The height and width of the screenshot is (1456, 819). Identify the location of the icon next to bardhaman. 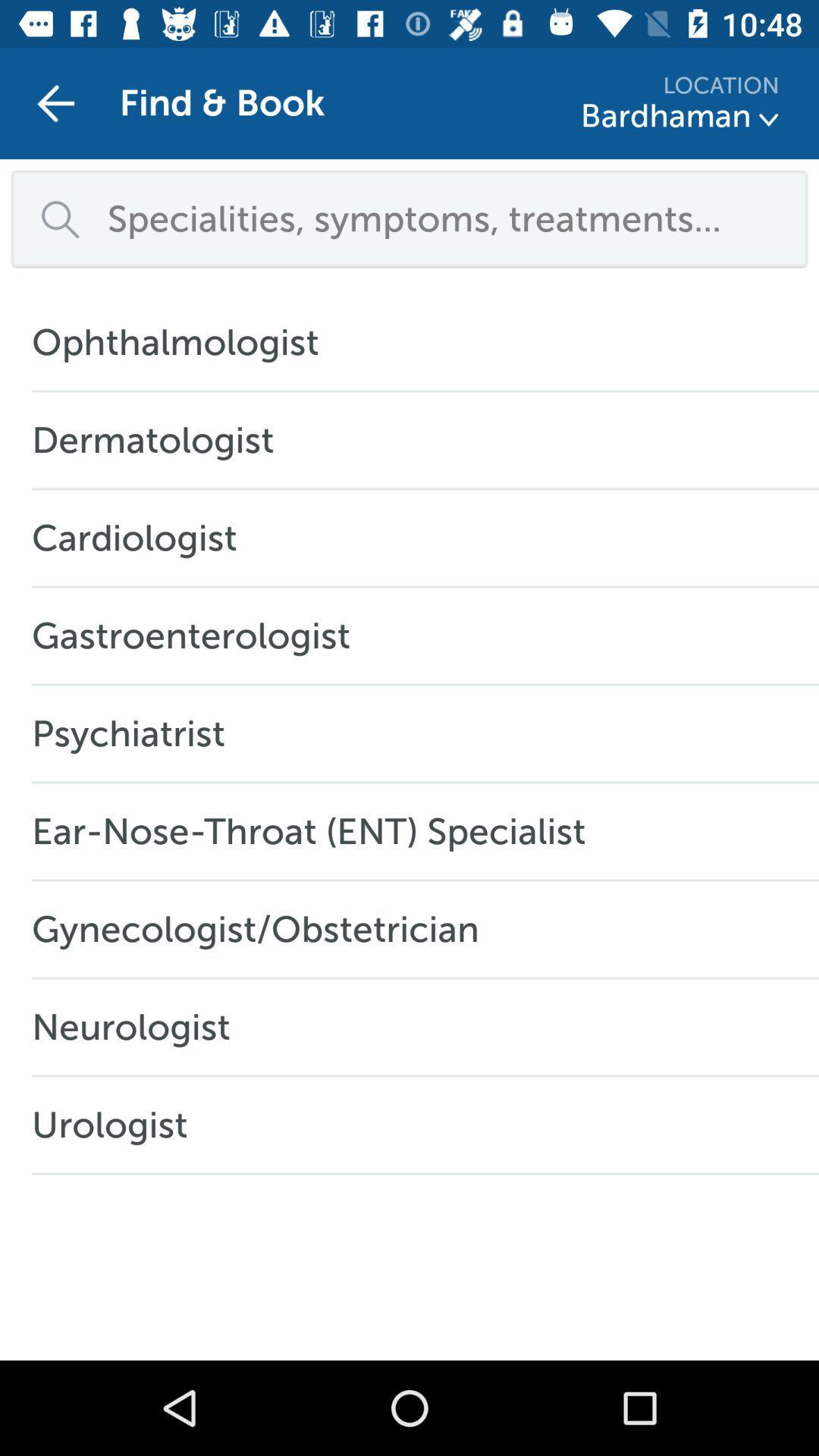
(769, 119).